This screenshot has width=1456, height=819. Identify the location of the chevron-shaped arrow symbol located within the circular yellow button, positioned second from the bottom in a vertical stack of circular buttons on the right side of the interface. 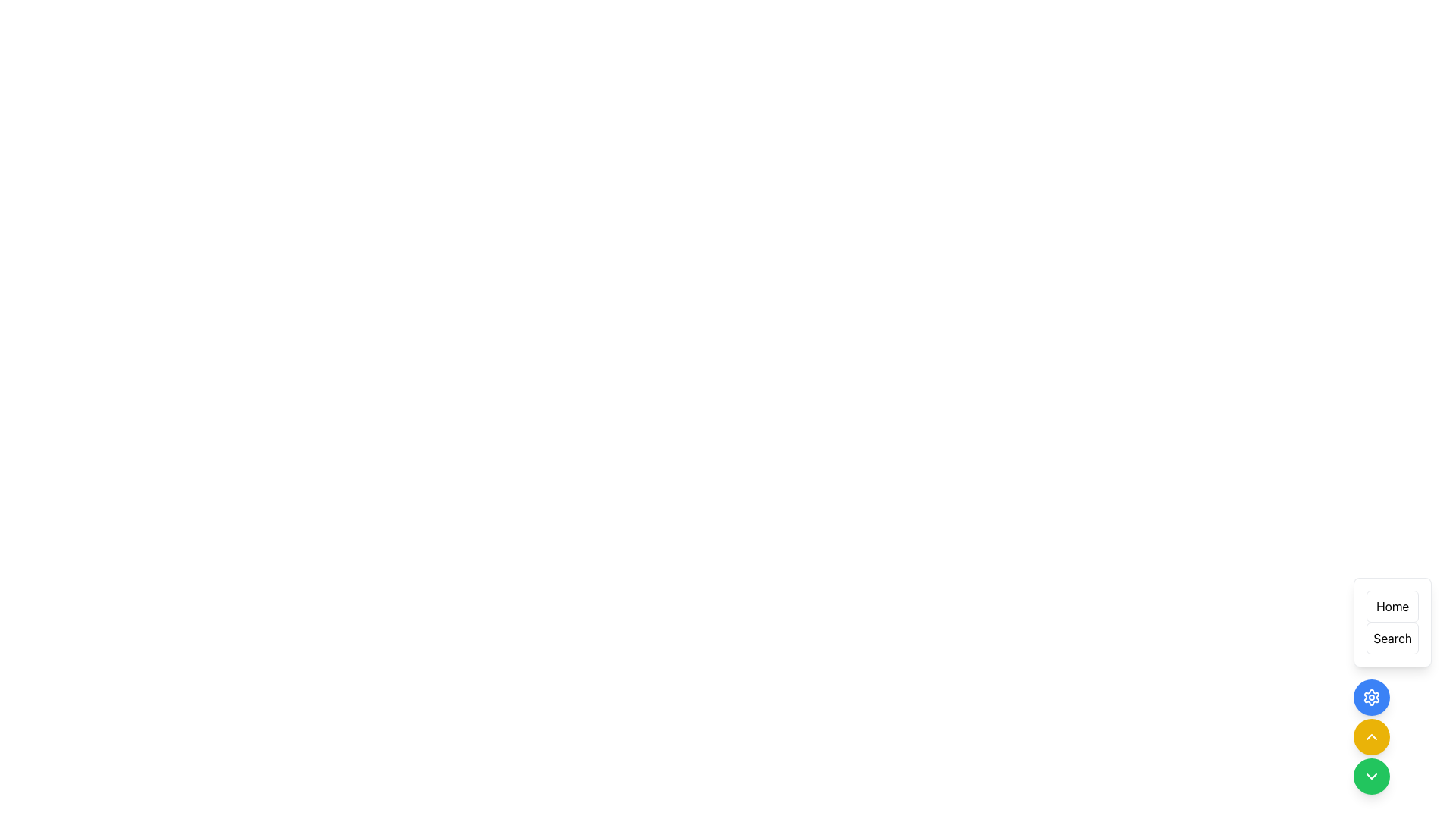
(1372, 736).